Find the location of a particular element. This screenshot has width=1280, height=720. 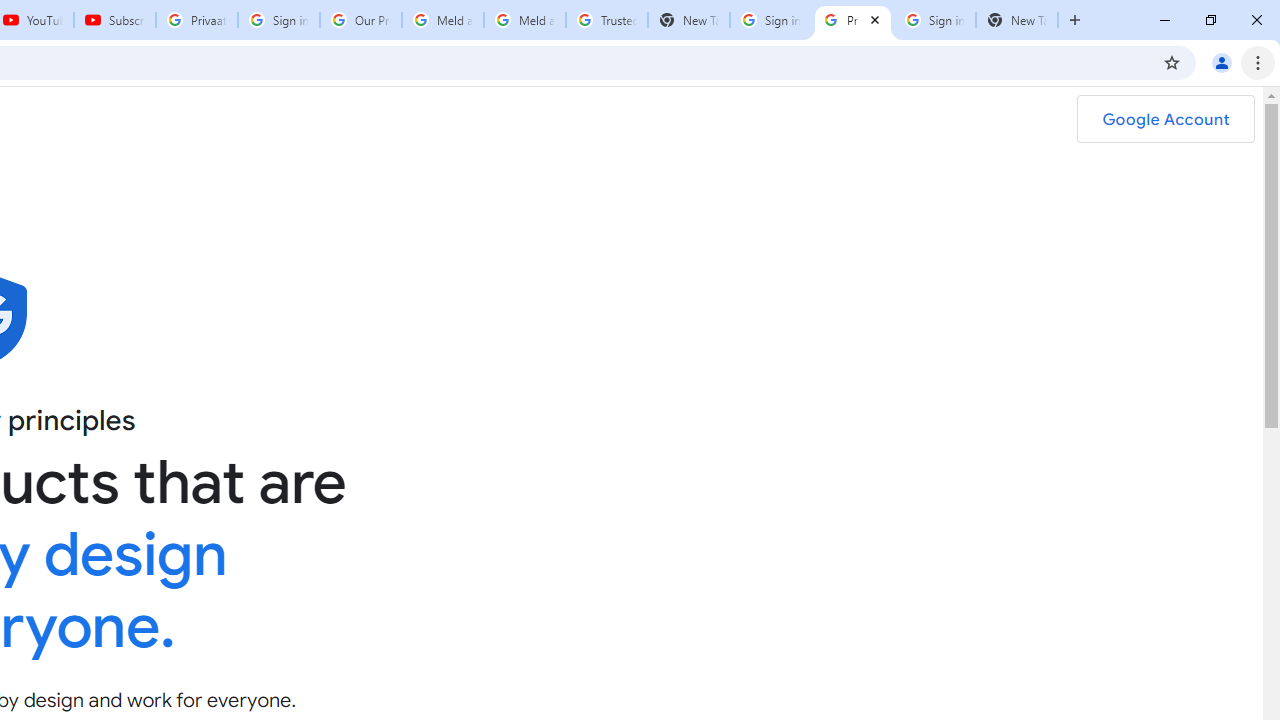

'Subscriptions - YouTube' is located at coordinates (114, 20).